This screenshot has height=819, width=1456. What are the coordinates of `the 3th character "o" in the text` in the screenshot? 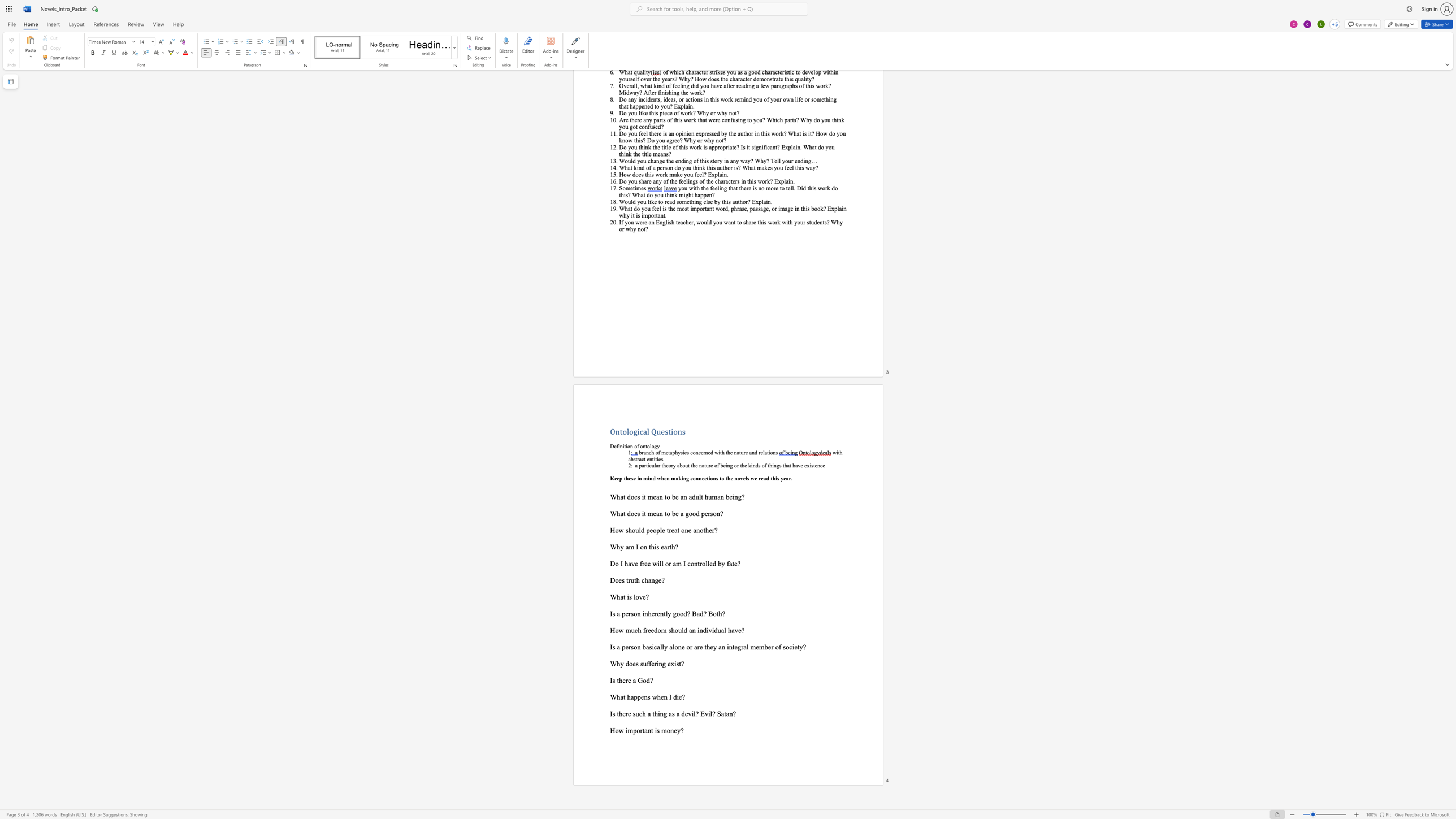 It's located at (692, 563).